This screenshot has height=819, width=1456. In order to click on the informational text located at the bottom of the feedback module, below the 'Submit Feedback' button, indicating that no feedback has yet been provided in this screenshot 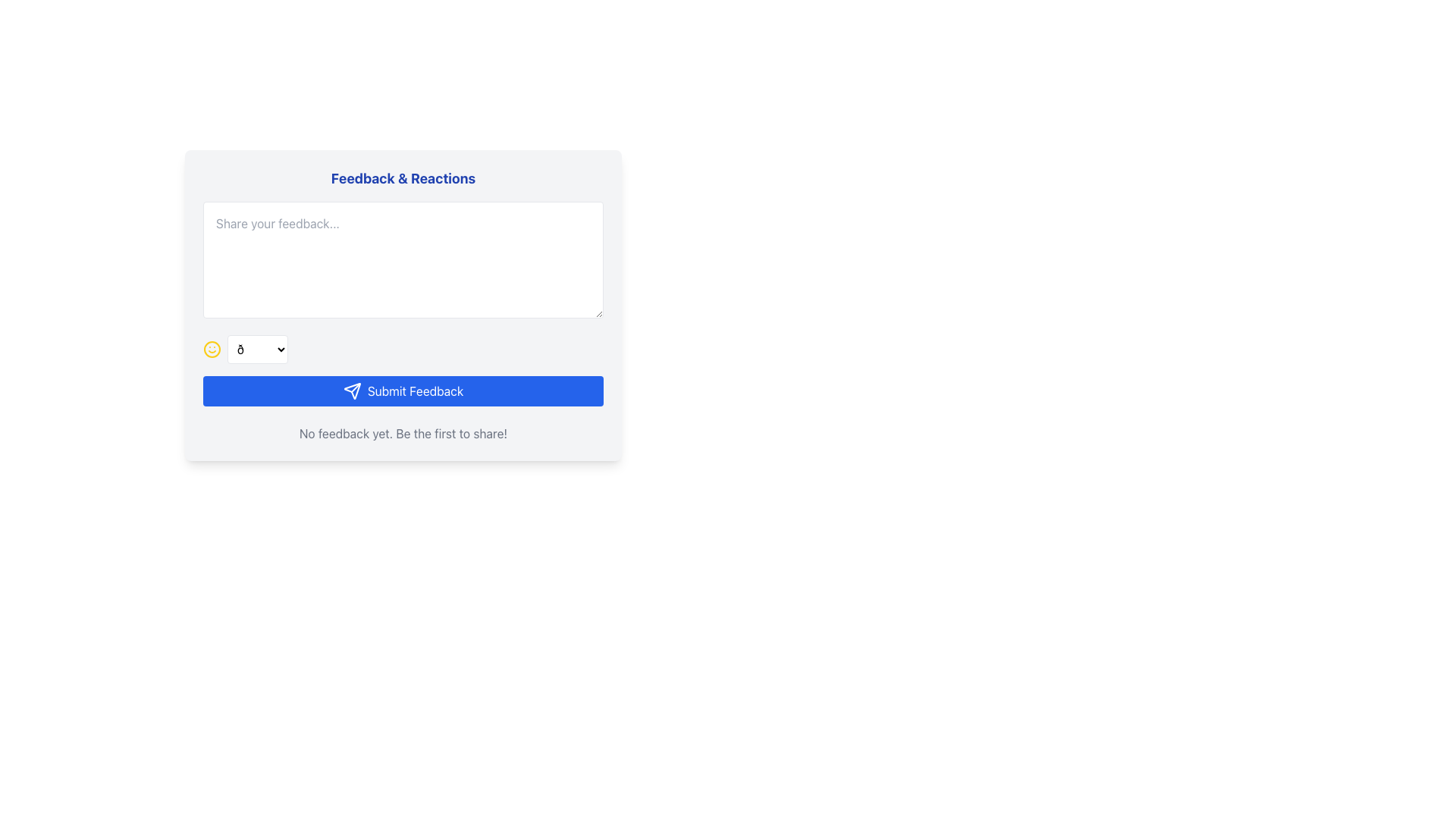, I will do `click(403, 433)`.